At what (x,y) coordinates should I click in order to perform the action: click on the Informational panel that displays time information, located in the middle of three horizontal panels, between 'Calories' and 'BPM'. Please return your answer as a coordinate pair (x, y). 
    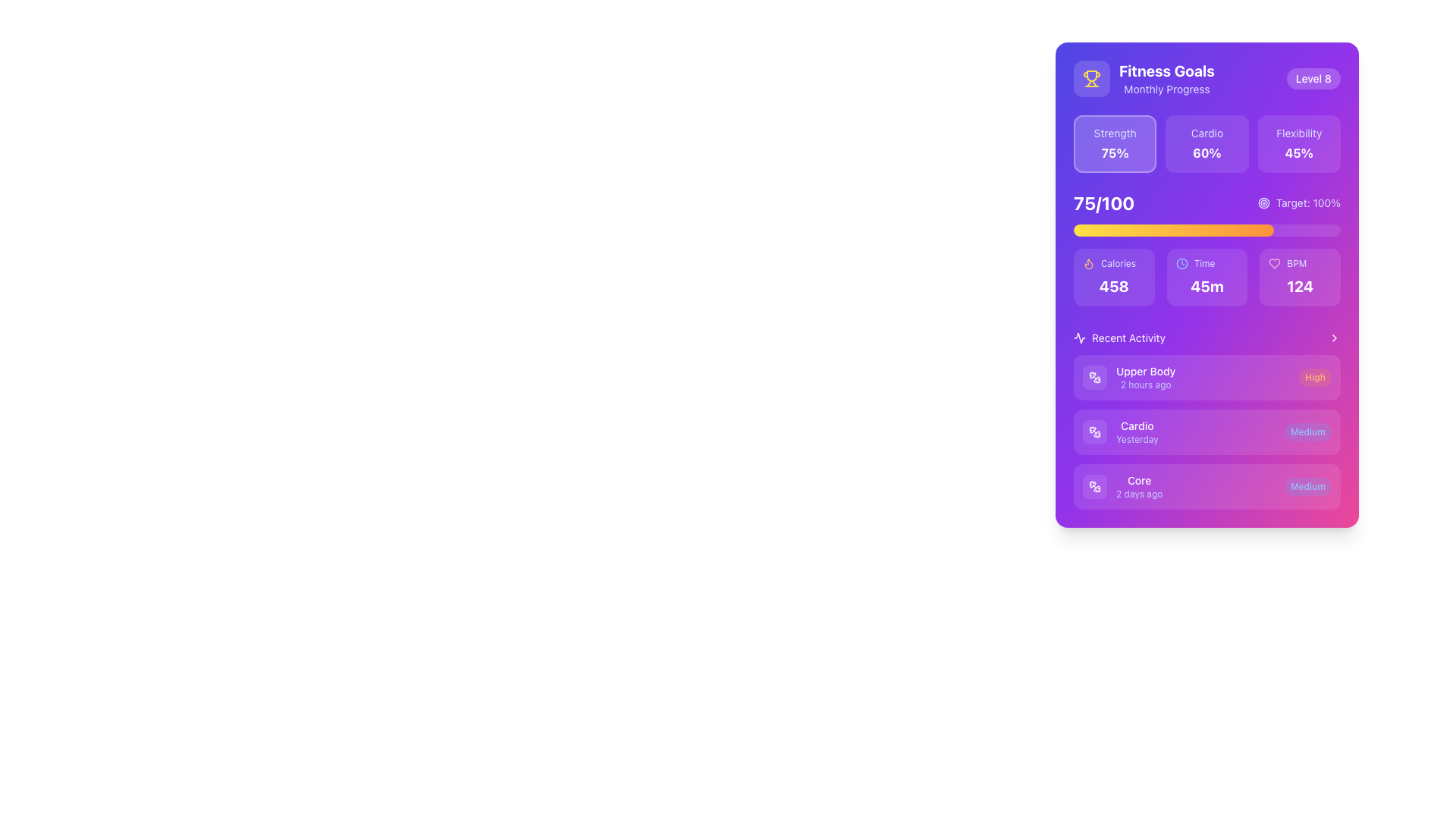
    Looking at the image, I should click on (1207, 278).